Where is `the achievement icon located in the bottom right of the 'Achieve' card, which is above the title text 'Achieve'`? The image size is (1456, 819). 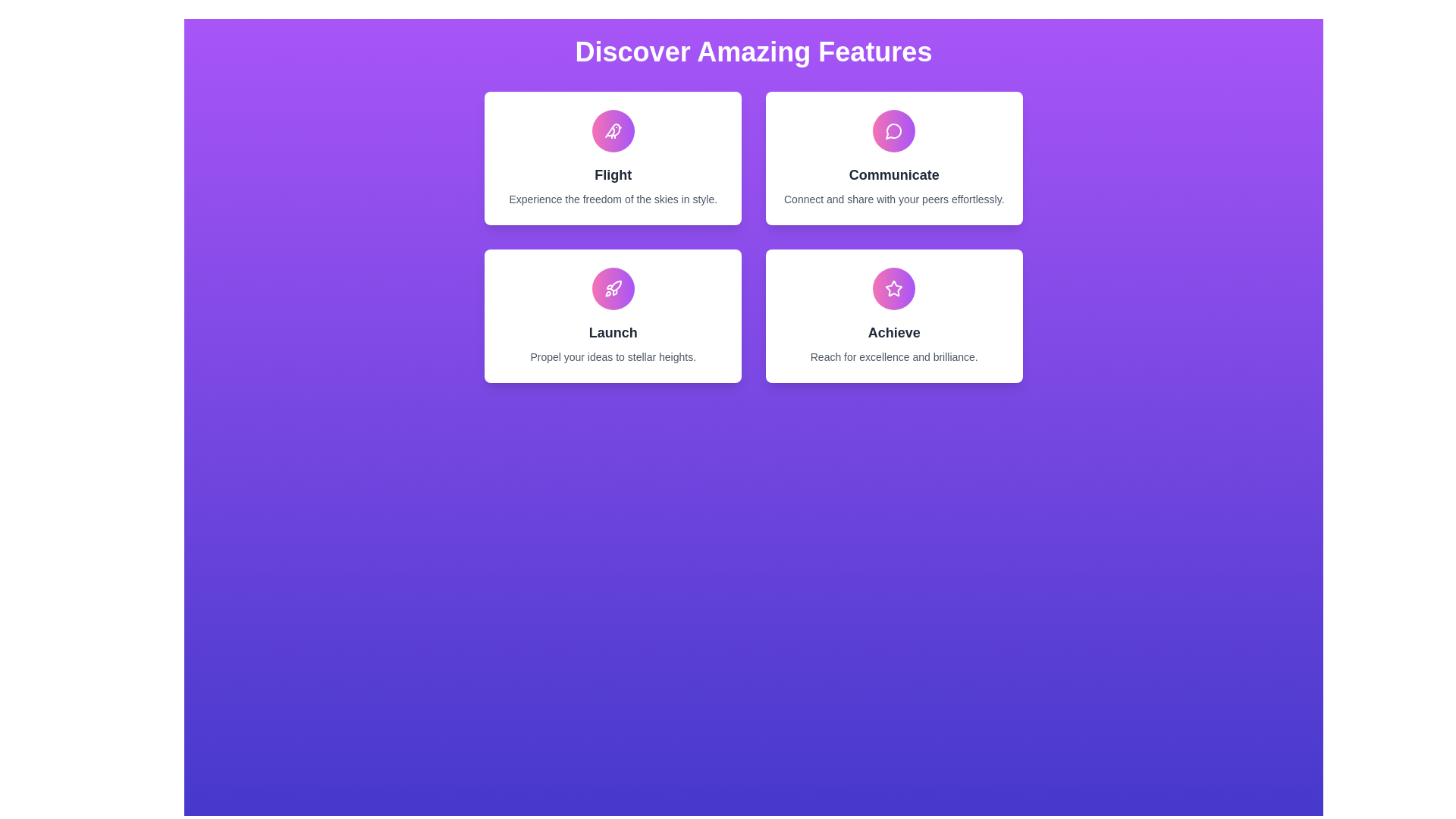 the achievement icon located in the bottom right of the 'Achieve' card, which is above the title text 'Achieve' is located at coordinates (894, 288).